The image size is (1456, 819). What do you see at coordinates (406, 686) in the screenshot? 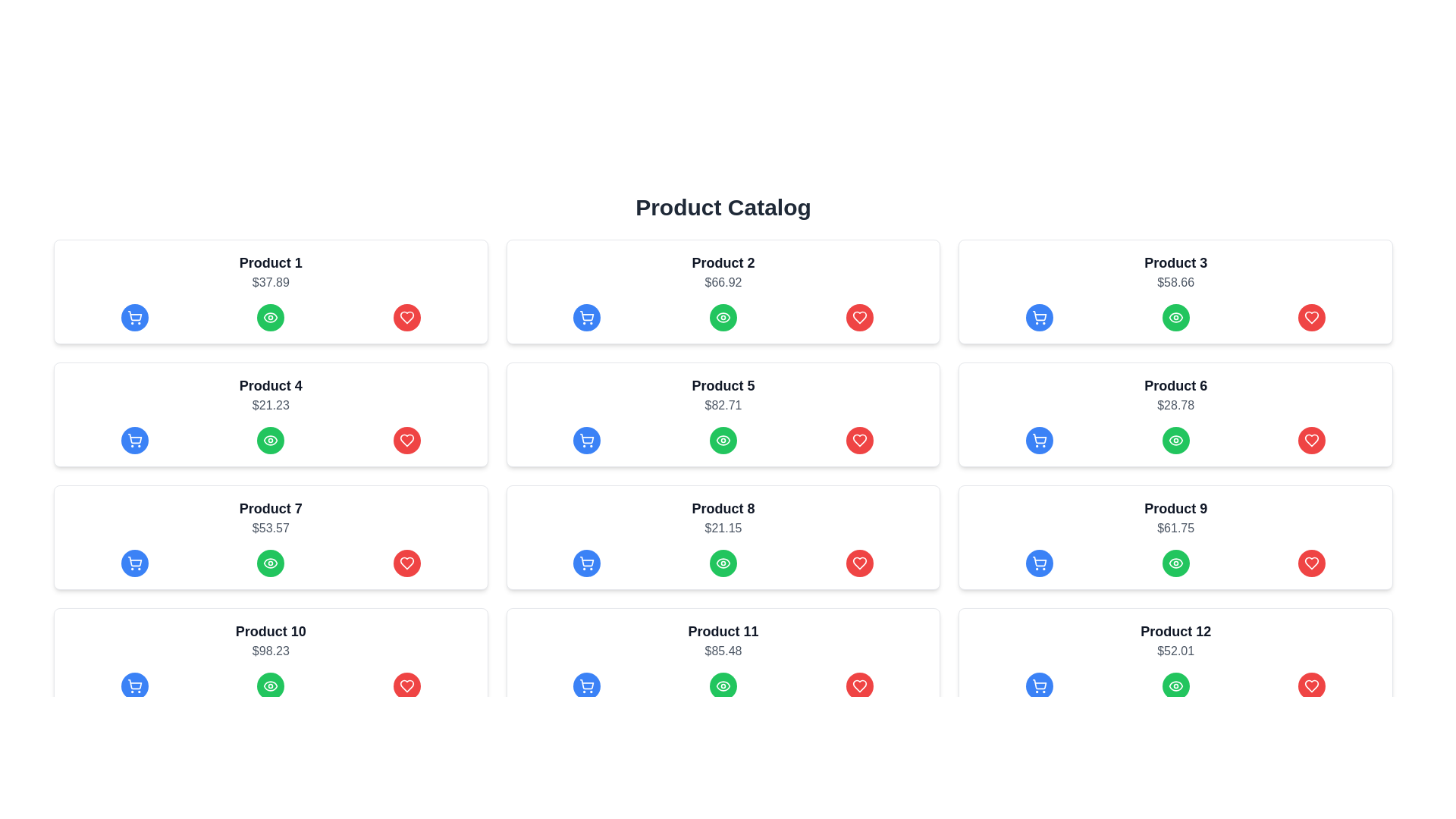
I see `the circular red button with a white heart icon located in the third row of buttons beneath the 'Product Catalog' heading, specifically the third button associated with 'Product 10'` at bounding box center [406, 686].